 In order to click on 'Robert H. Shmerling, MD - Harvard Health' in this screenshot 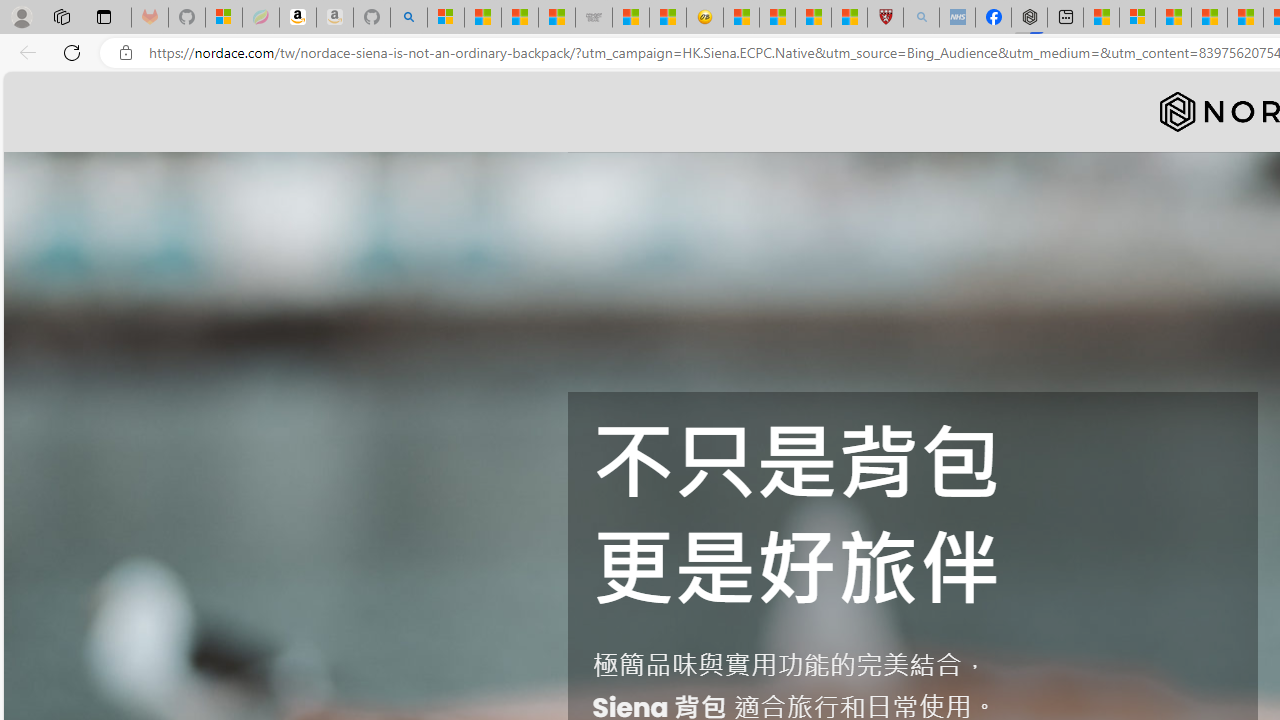, I will do `click(884, 17)`.